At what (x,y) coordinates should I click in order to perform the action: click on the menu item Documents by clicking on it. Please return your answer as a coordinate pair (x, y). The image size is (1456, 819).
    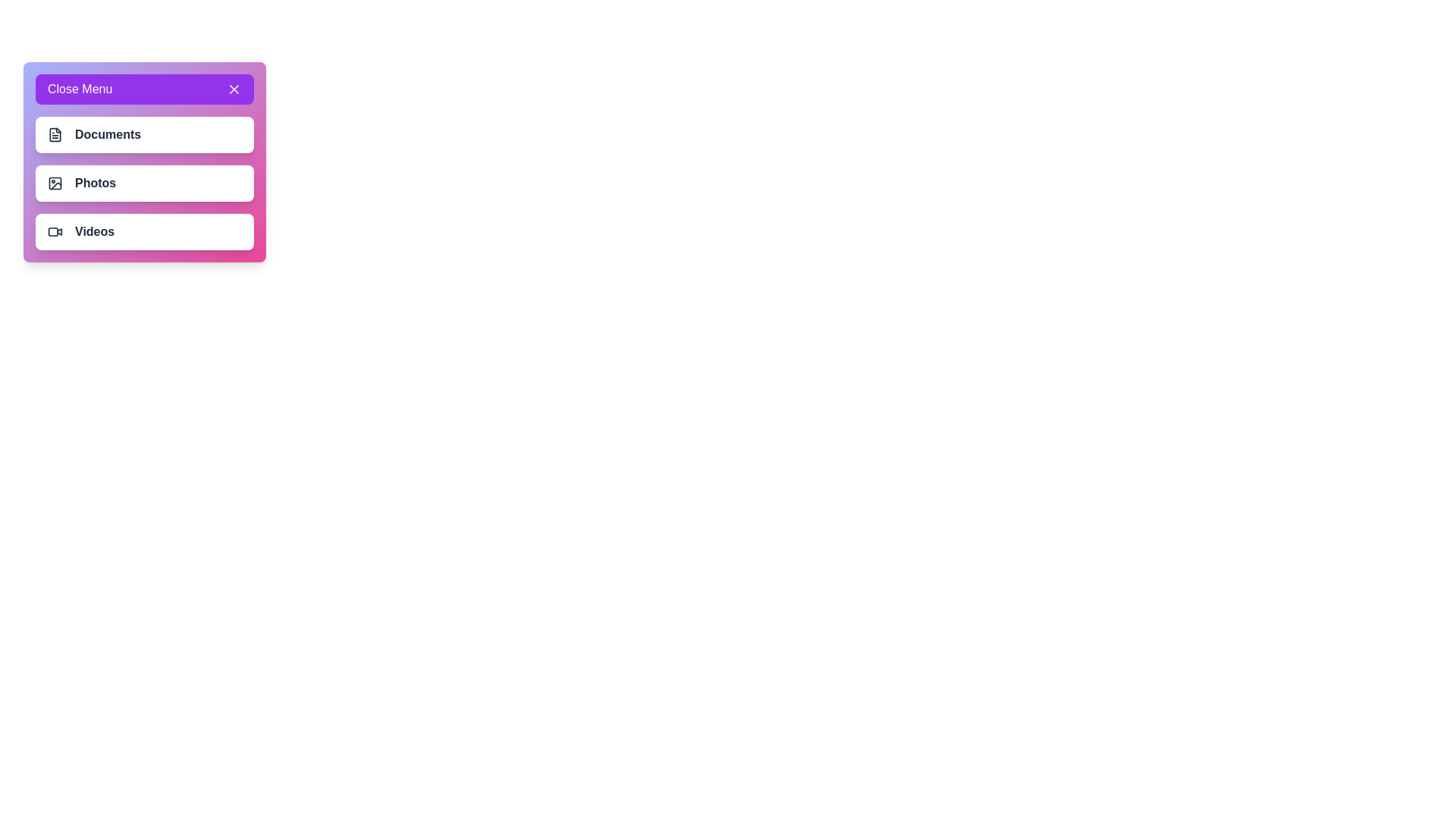
    Looking at the image, I should click on (145, 133).